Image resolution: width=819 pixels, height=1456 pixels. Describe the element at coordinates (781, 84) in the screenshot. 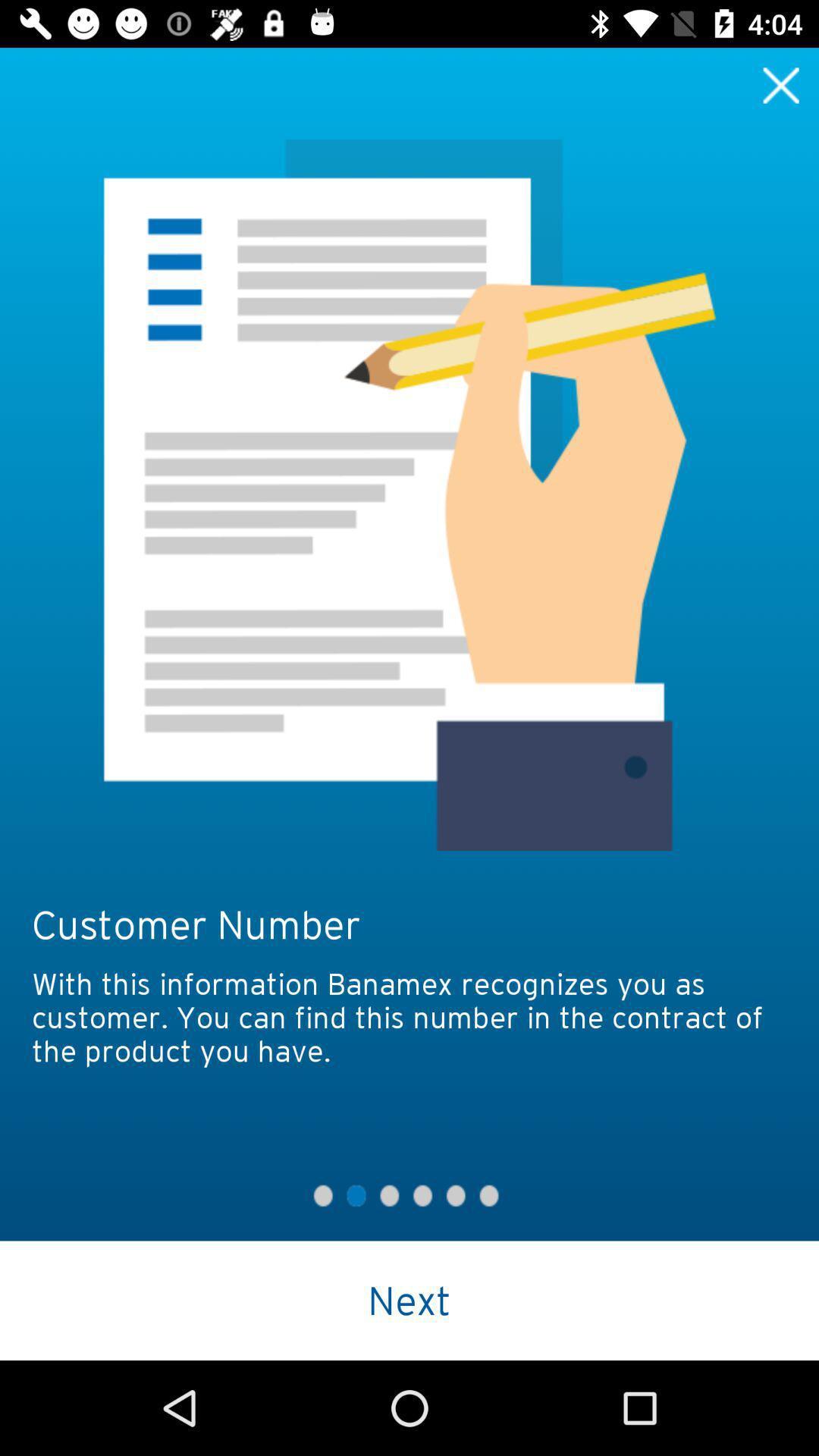

I see `page` at that location.